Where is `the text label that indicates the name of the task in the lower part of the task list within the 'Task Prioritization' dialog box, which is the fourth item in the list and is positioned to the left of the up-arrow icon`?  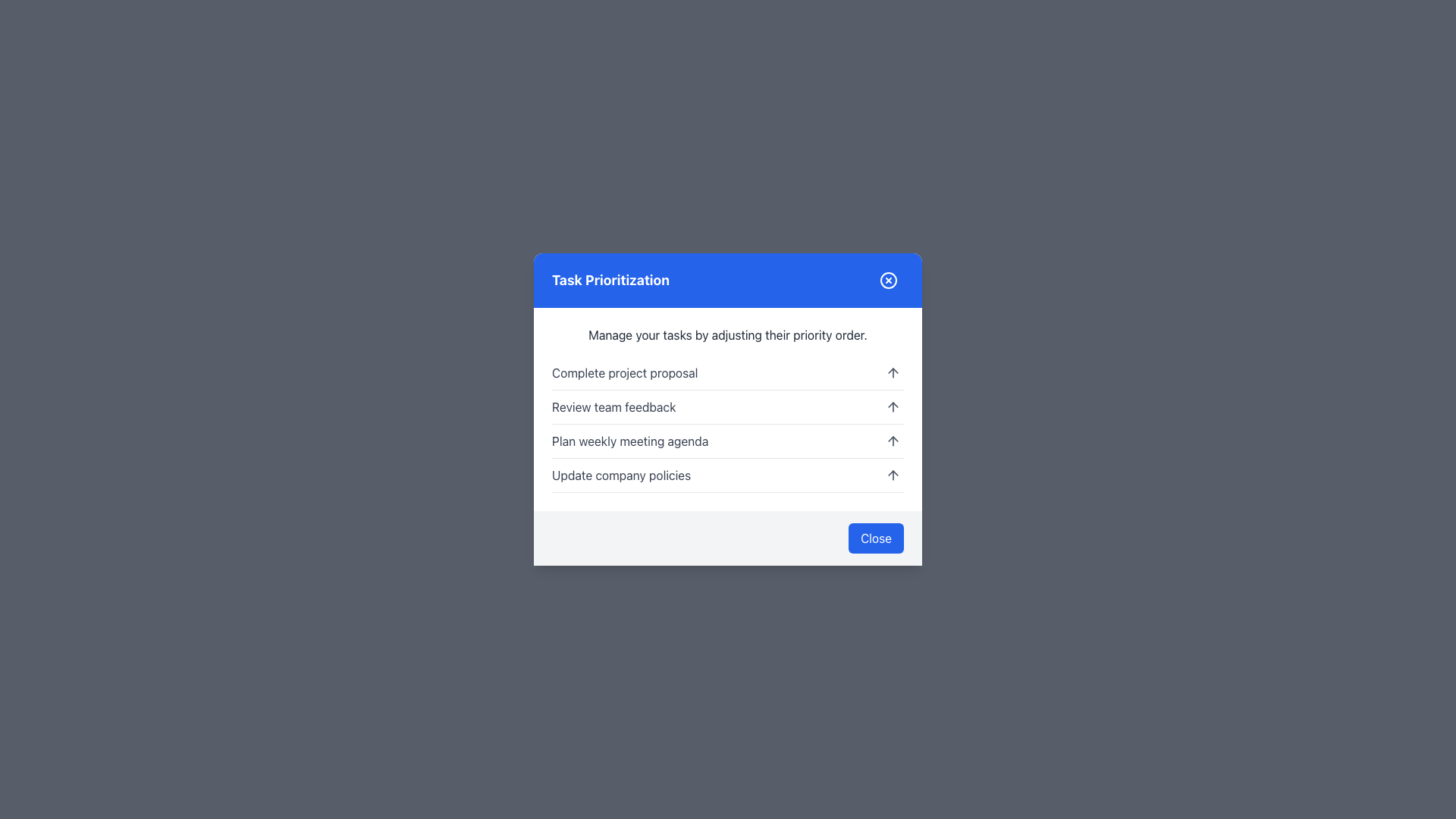
the text label that indicates the name of the task in the lower part of the task list within the 'Task Prioritization' dialog box, which is the fourth item in the list and is positioned to the left of the up-arrow icon is located at coordinates (621, 475).